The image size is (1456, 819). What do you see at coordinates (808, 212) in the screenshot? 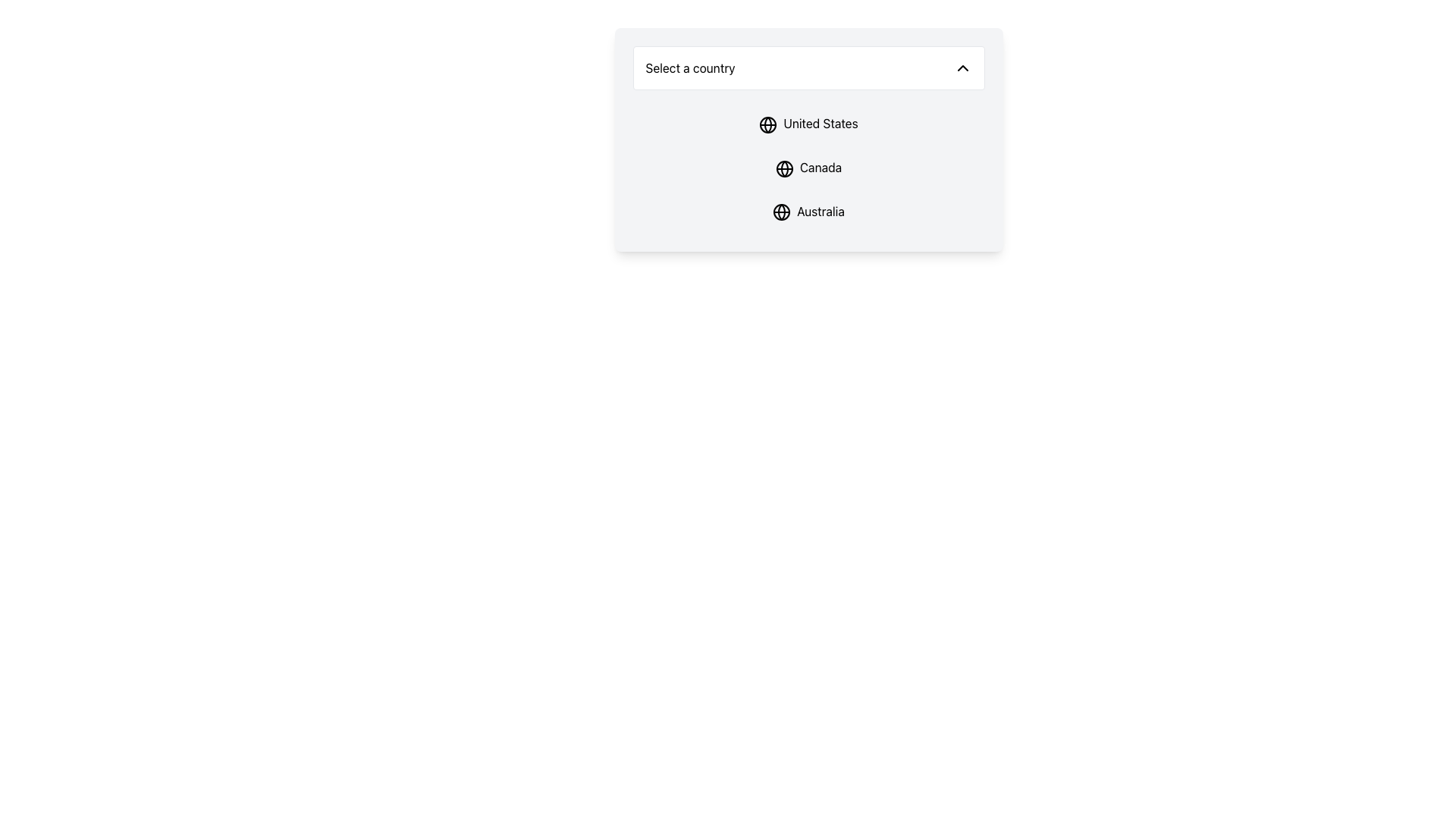
I see `the selectable list item labeled 'Australia'` at bounding box center [808, 212].